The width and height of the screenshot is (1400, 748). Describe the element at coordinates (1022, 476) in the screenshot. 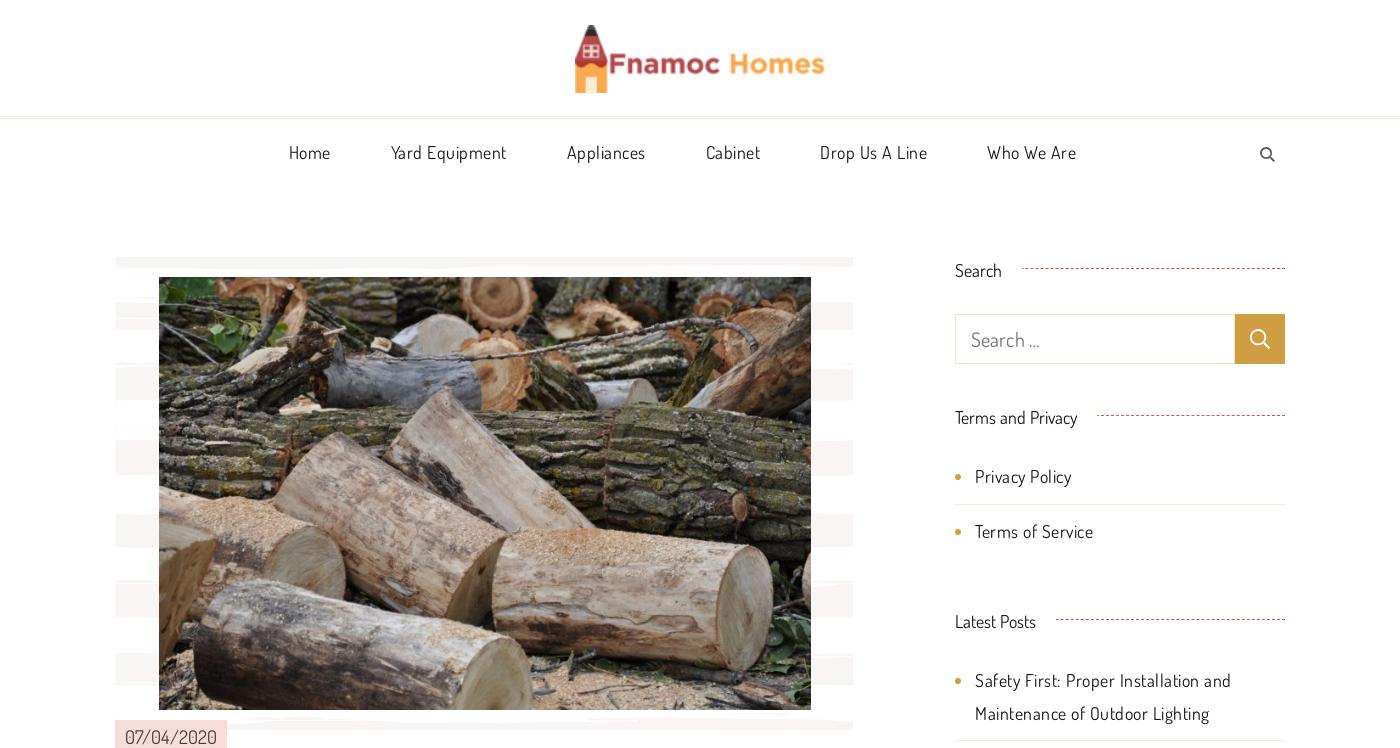

I see `'Privacy Policy'` at that location.